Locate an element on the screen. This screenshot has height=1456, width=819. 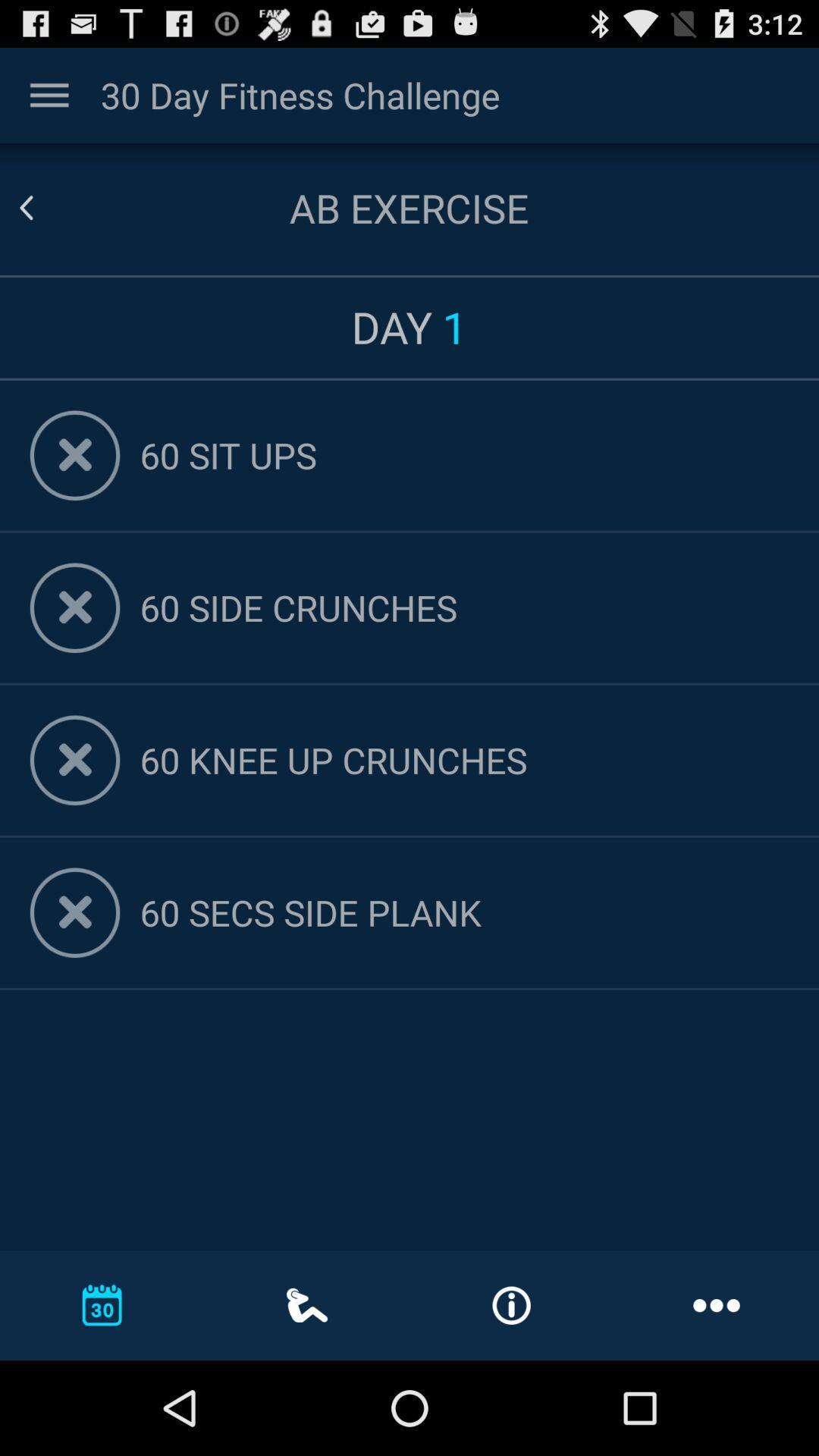
get rid of this option is located at coordinates (75, 454).